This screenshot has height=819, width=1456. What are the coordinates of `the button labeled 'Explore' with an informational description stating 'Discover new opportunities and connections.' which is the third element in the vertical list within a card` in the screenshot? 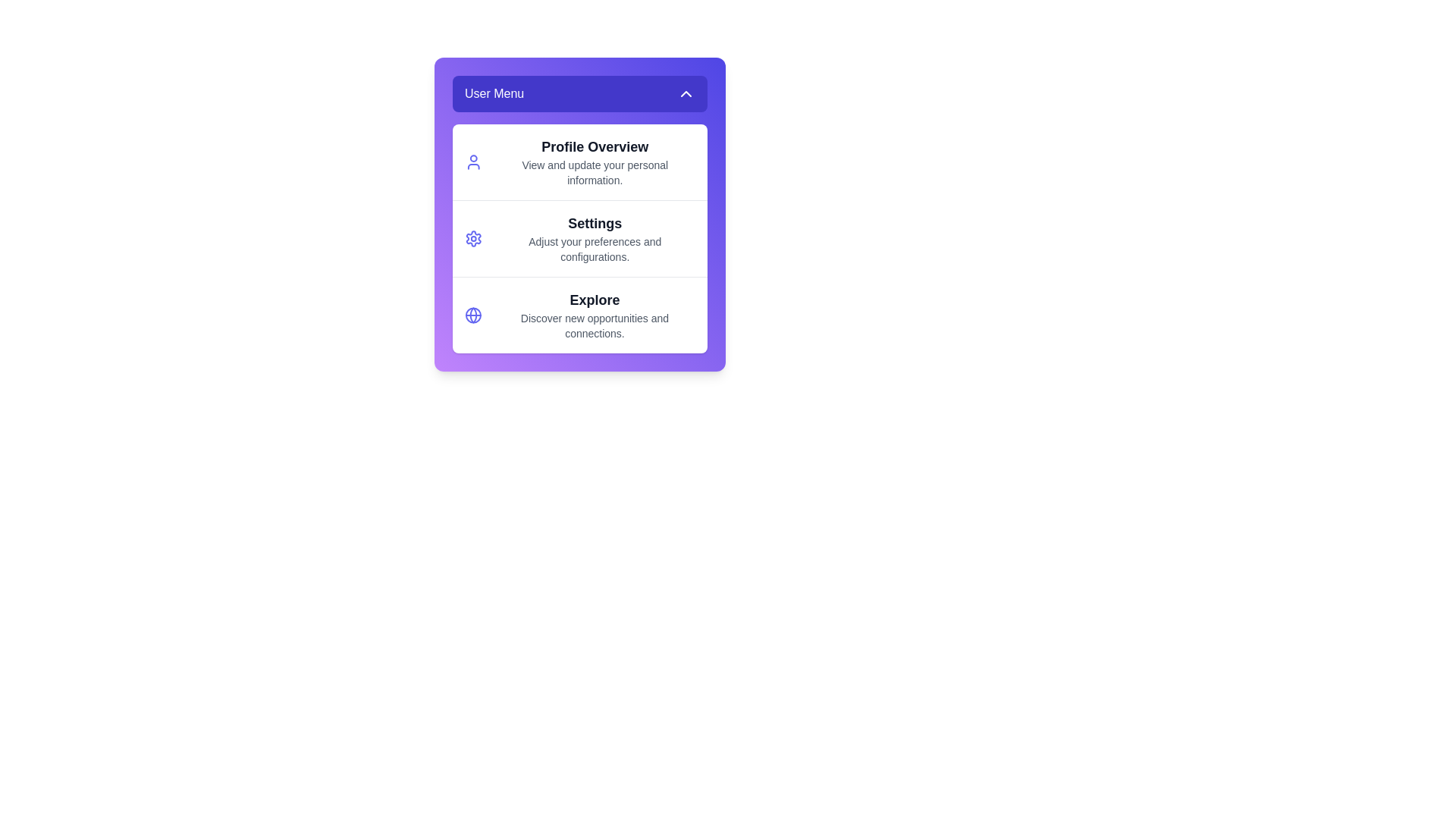 It's located at (579, 314).